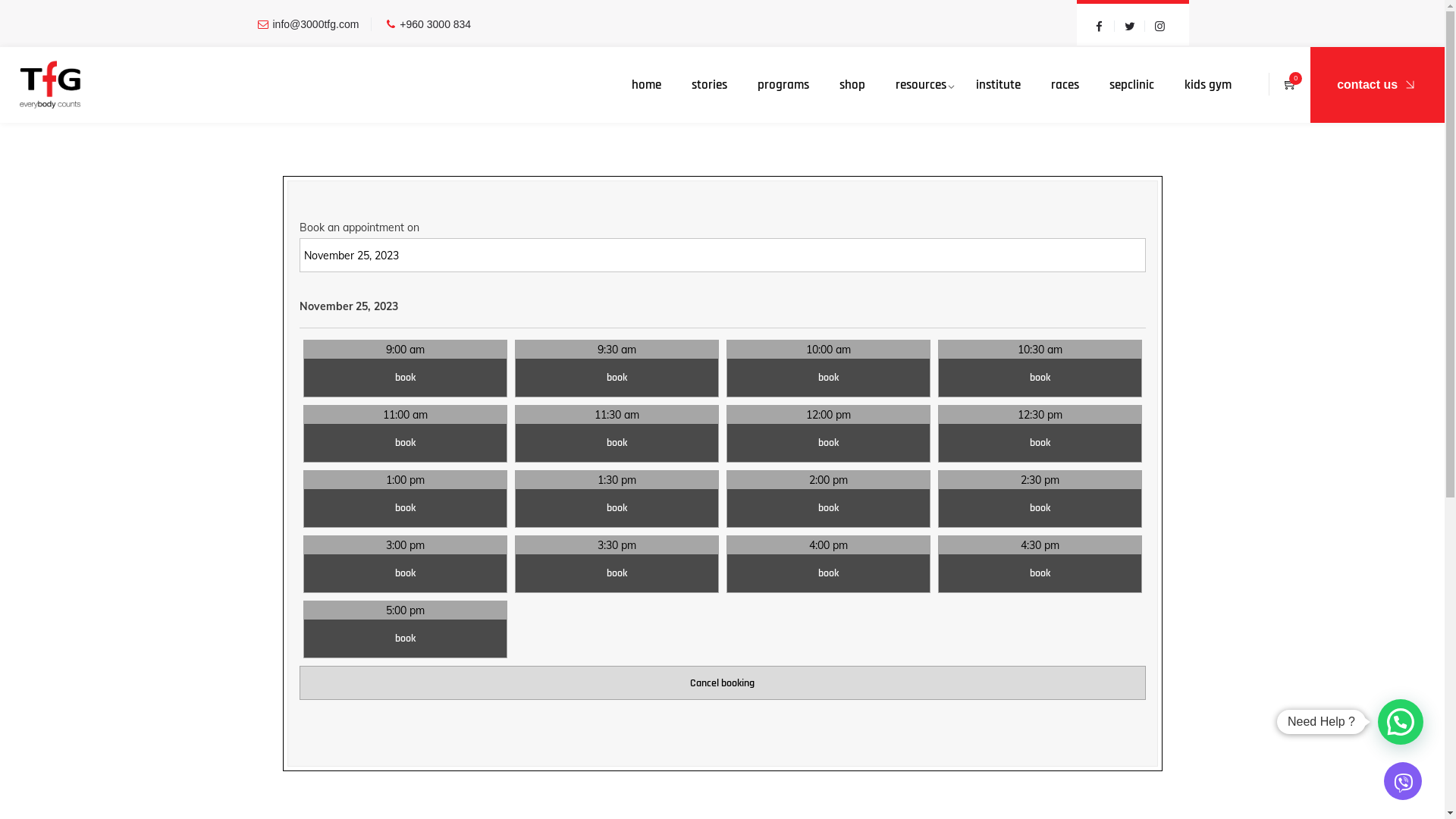  I want to click on 'shop', so click(852, 84).